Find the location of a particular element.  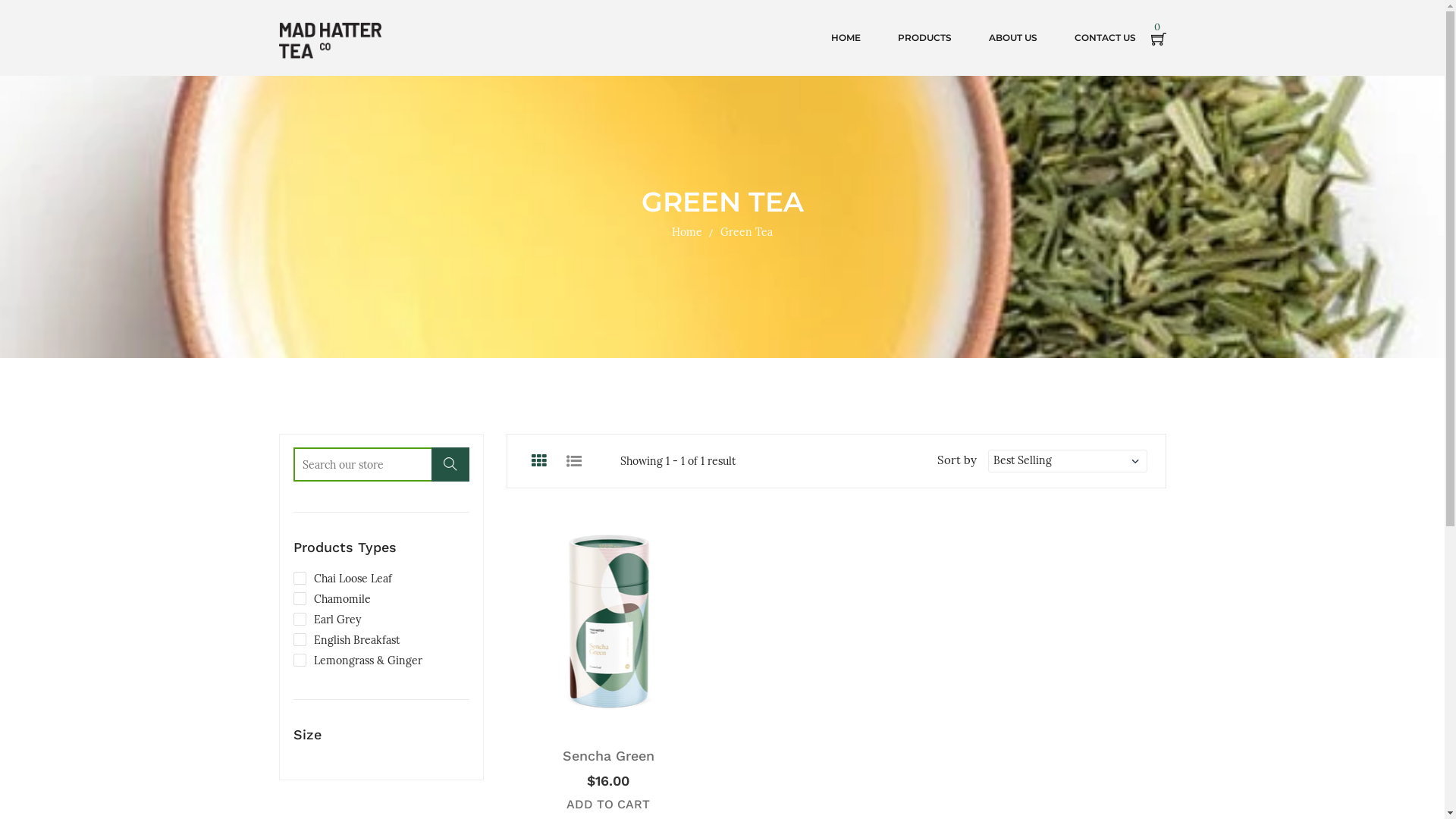

'PRODUCTS' is located at coordinates (924, 37).